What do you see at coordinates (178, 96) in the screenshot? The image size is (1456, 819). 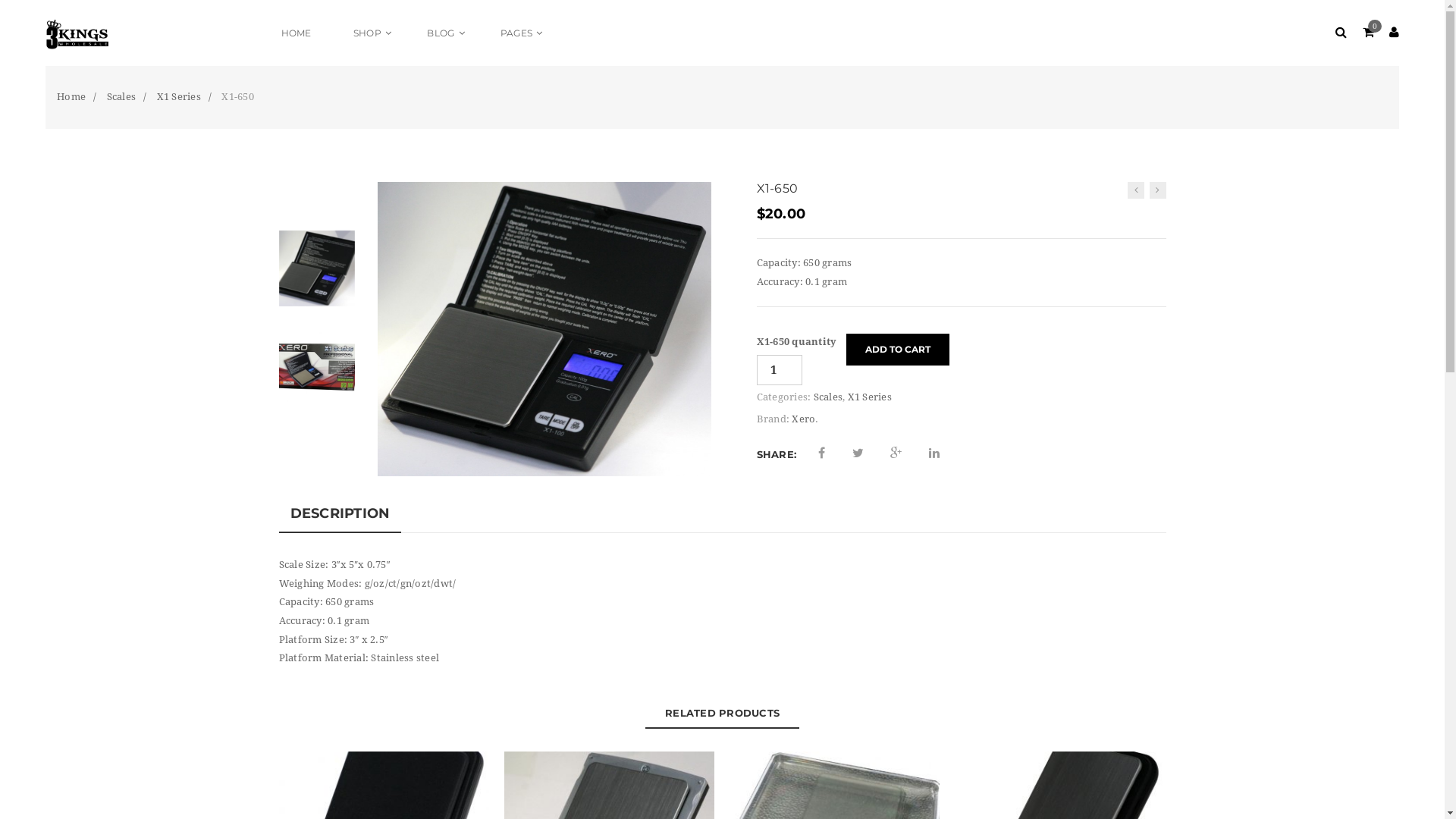 I see `'X1 Series'` at bounding box center [178, 96].